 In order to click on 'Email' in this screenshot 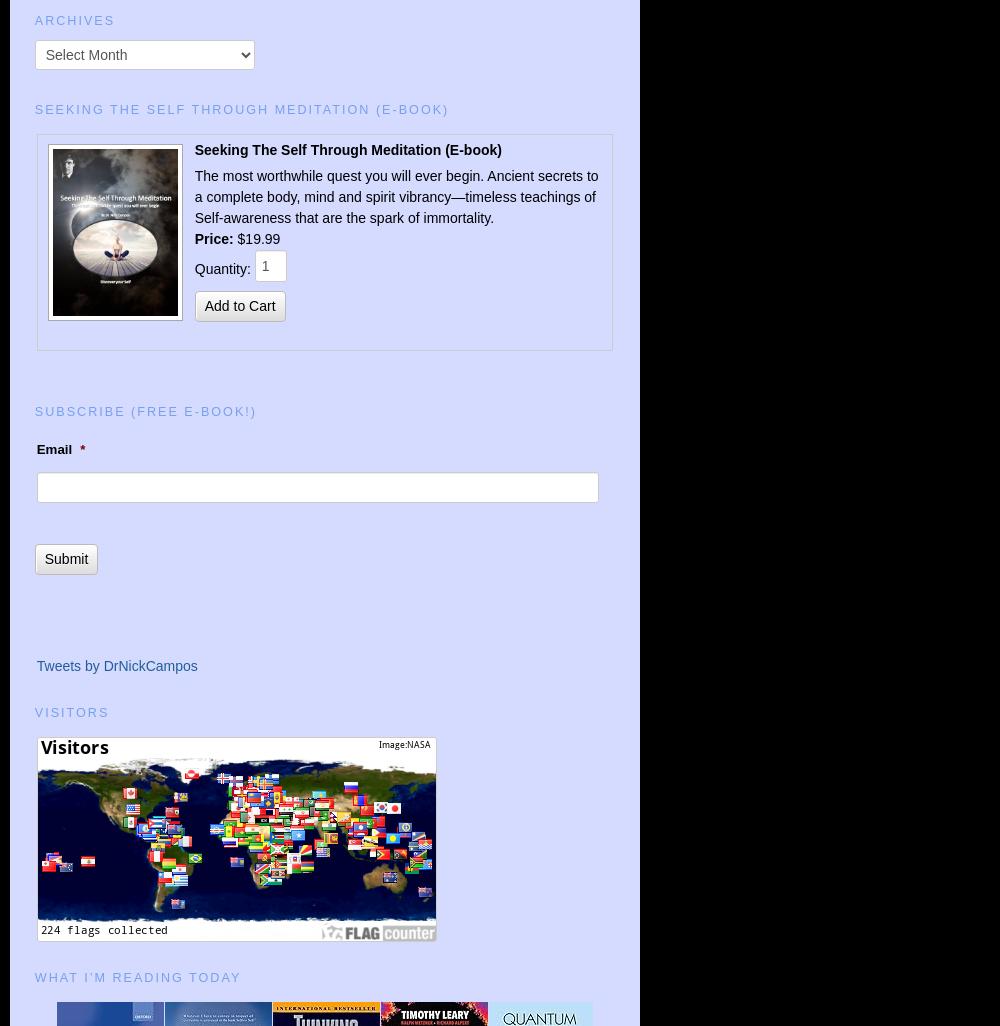, I will do `click(54, 449)`.